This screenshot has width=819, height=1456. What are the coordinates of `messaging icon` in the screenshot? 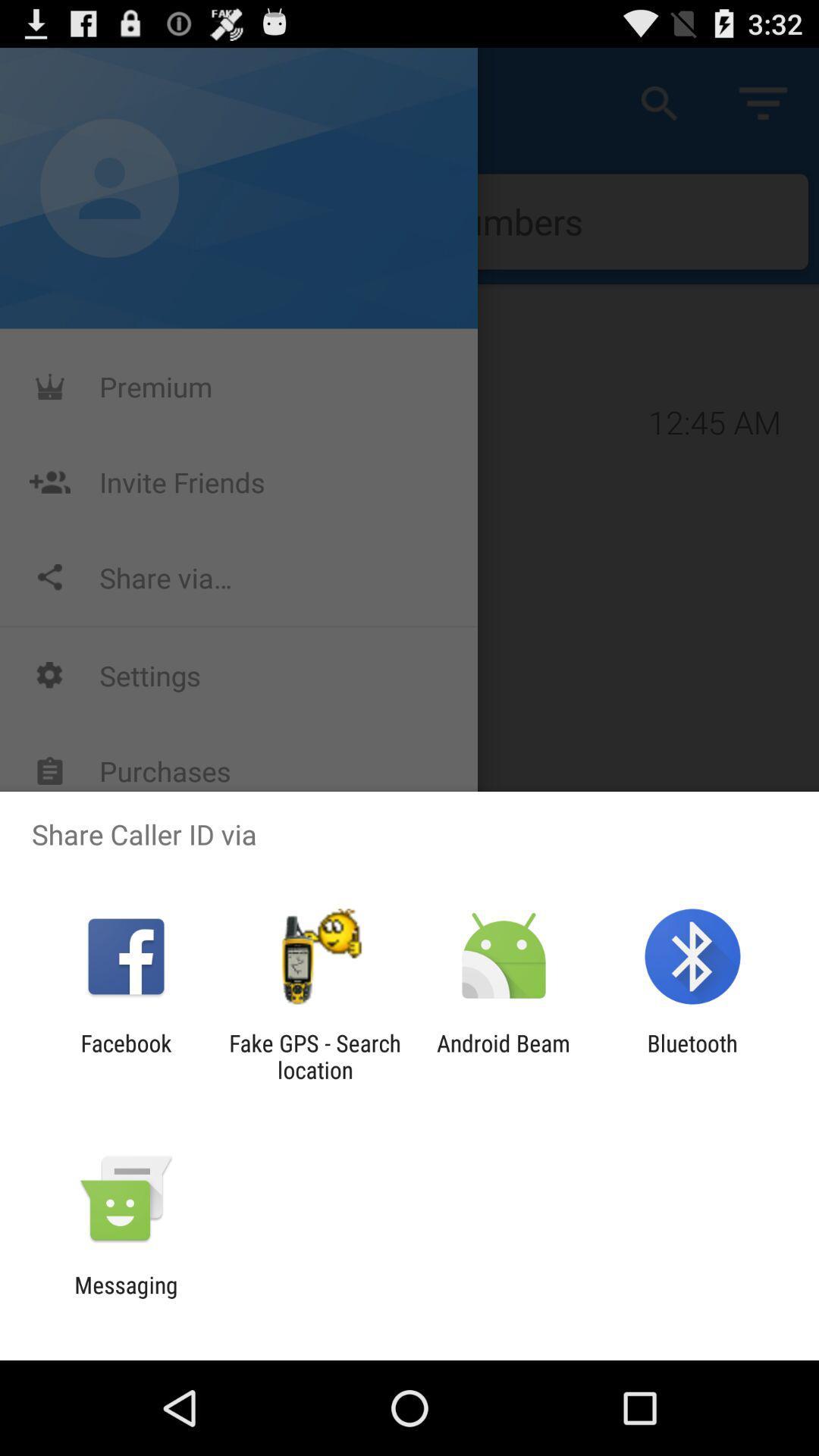 It's located at (125, 1298).